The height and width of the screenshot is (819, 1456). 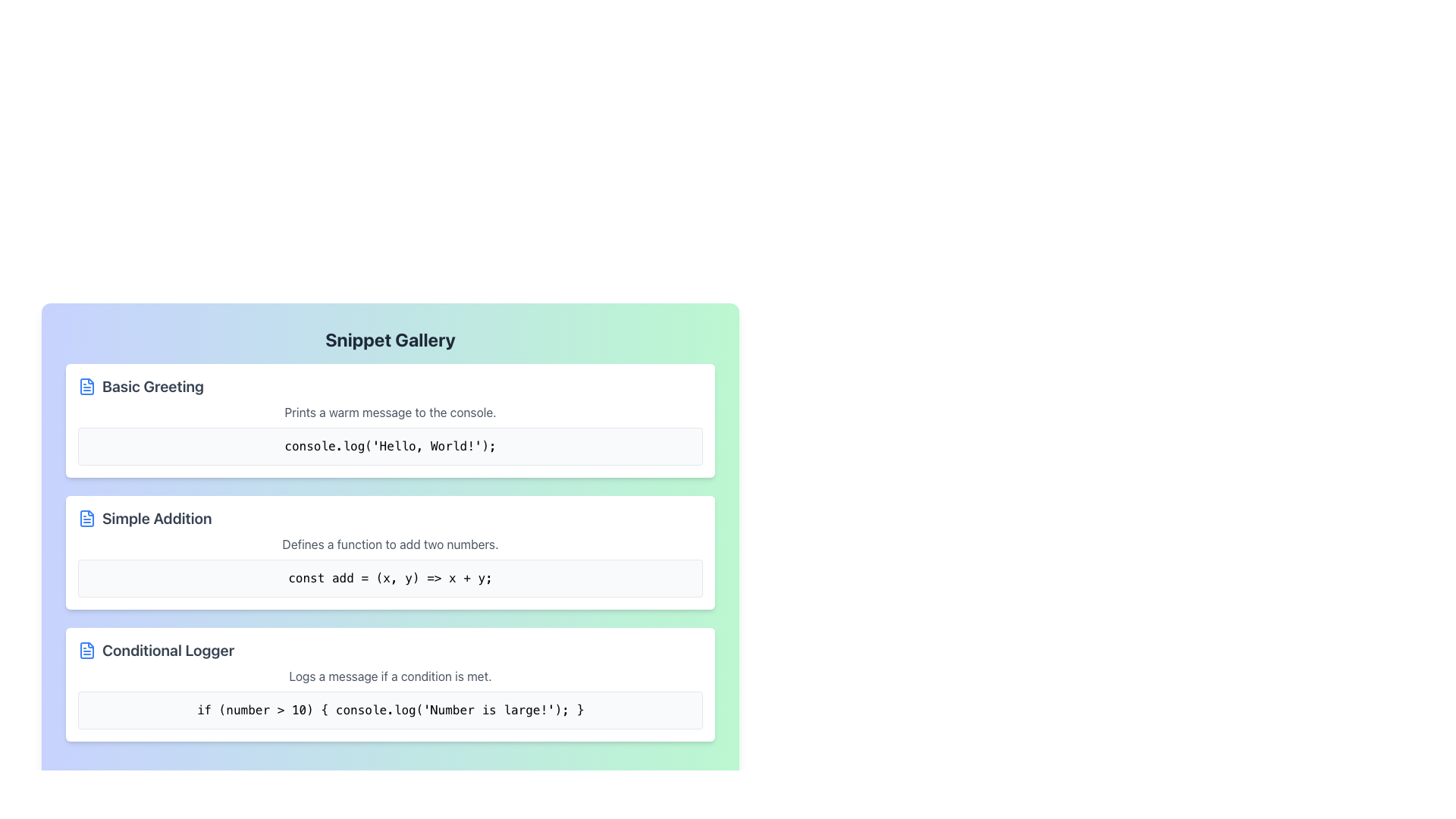 I want to click on the Text block styled as a code snippet containing the code 'const add = (x, y) => x + y;' which is located in the lower section of the 'Simple Addition' section, so click(x=390, y=579).